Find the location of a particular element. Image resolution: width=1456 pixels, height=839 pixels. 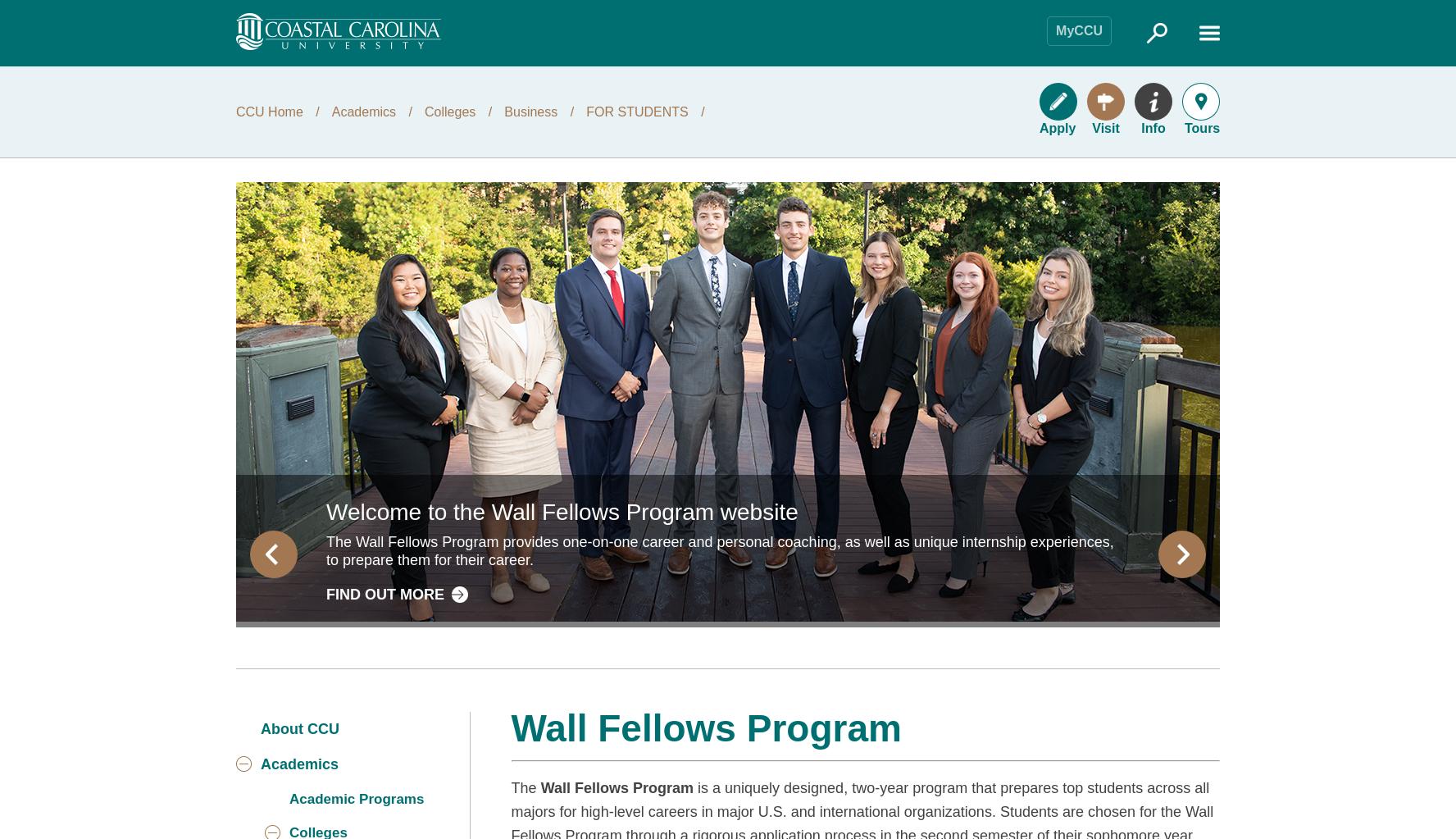

'About CCU' is located at coordinates (298, 727).